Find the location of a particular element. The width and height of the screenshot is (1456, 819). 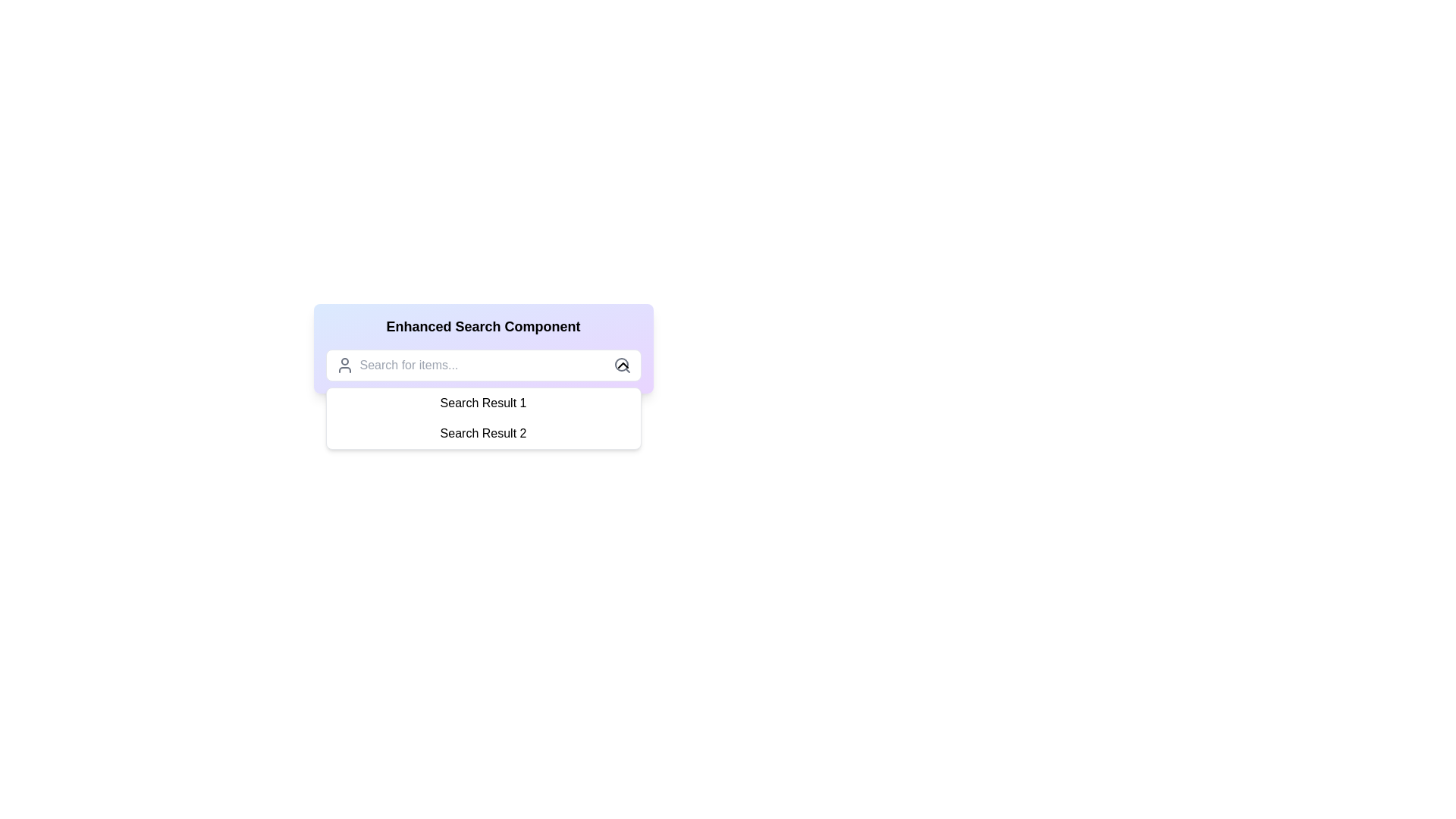

the search button located at the top-right segment of the search field is located at coordinates (622, 366).